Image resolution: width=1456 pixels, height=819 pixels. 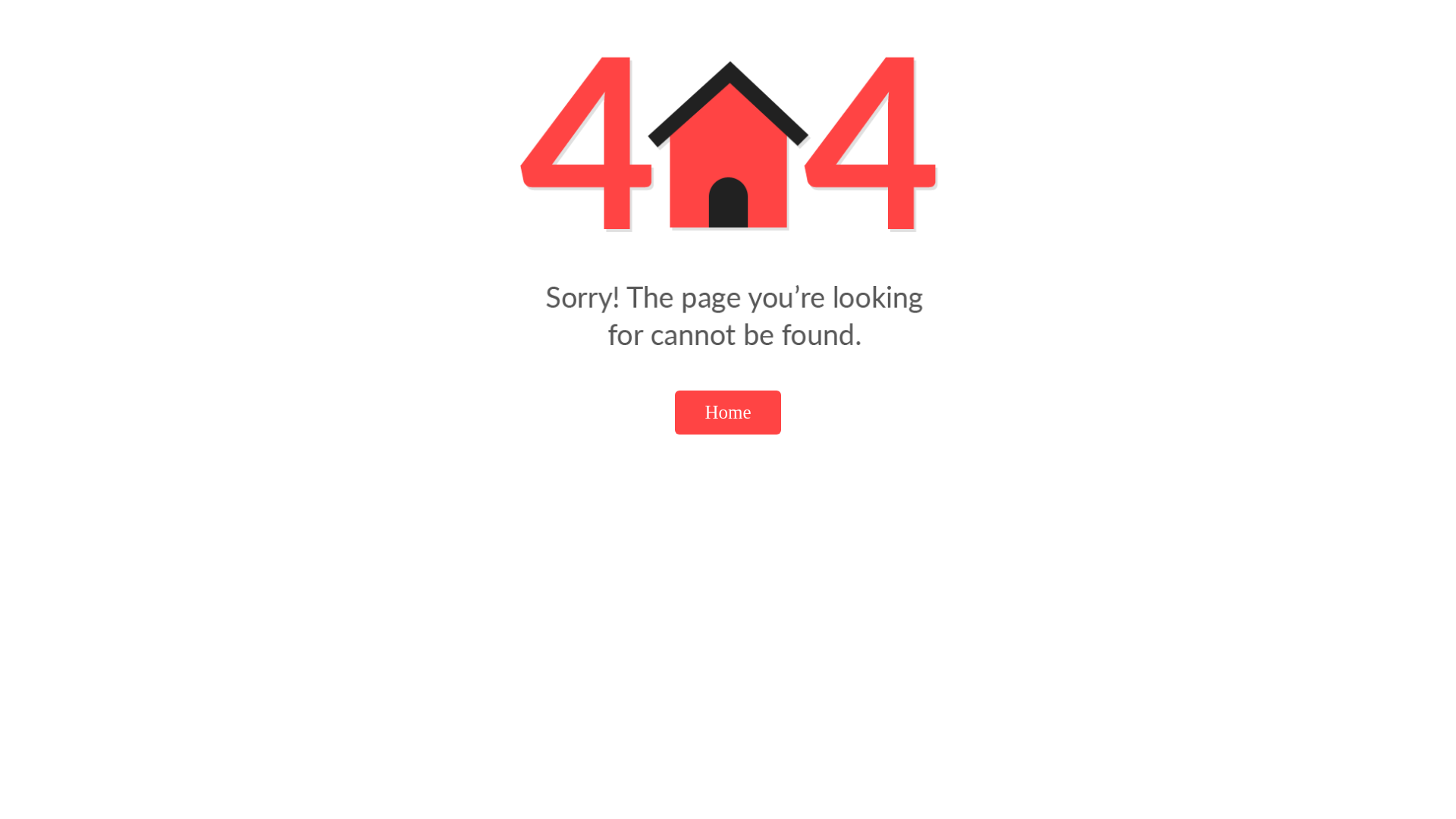 I want to click on 'Home', so click(x=728, y=412).